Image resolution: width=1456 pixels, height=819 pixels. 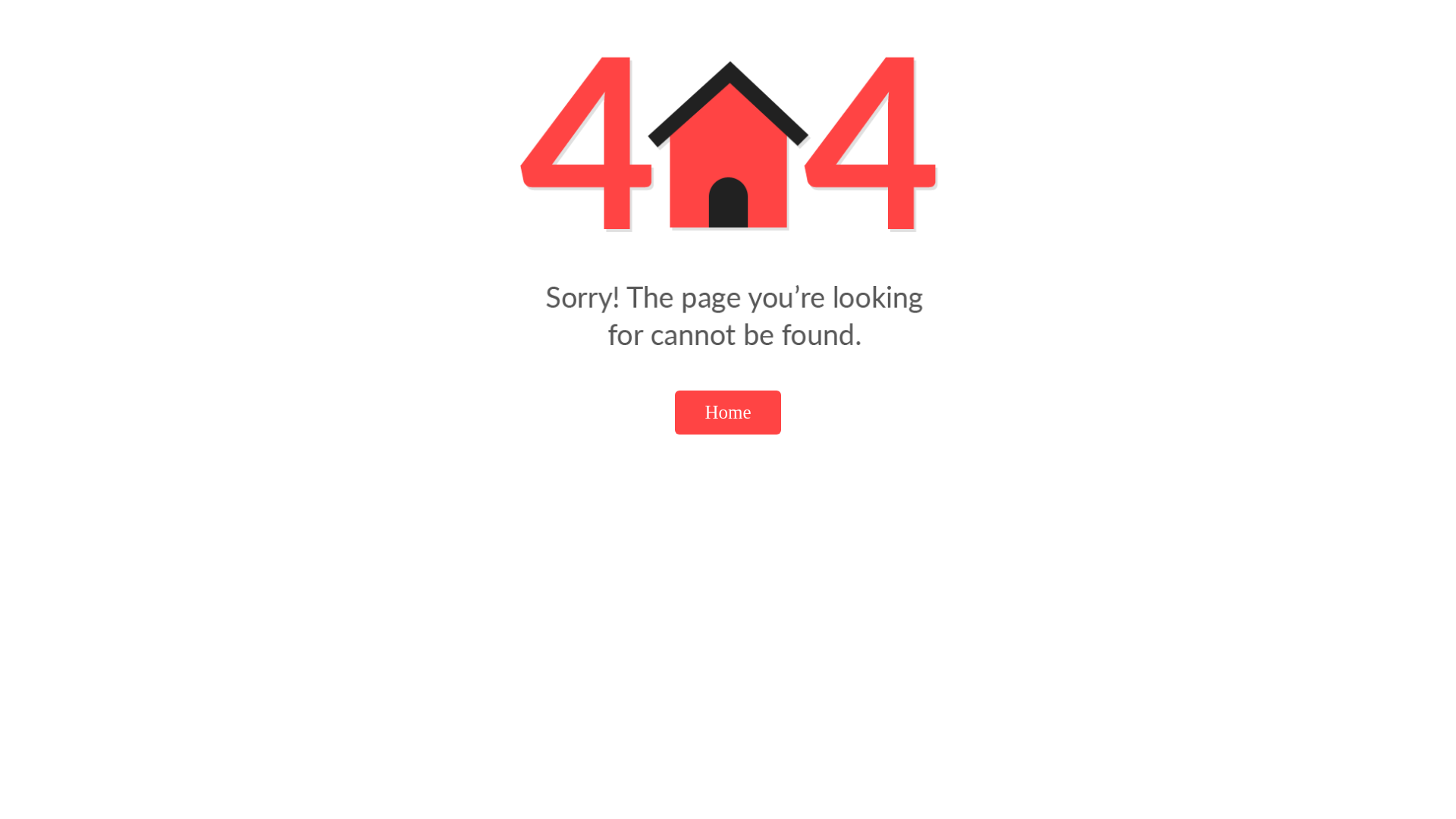 I want to click on 'Home', so click(x=728, y=412).